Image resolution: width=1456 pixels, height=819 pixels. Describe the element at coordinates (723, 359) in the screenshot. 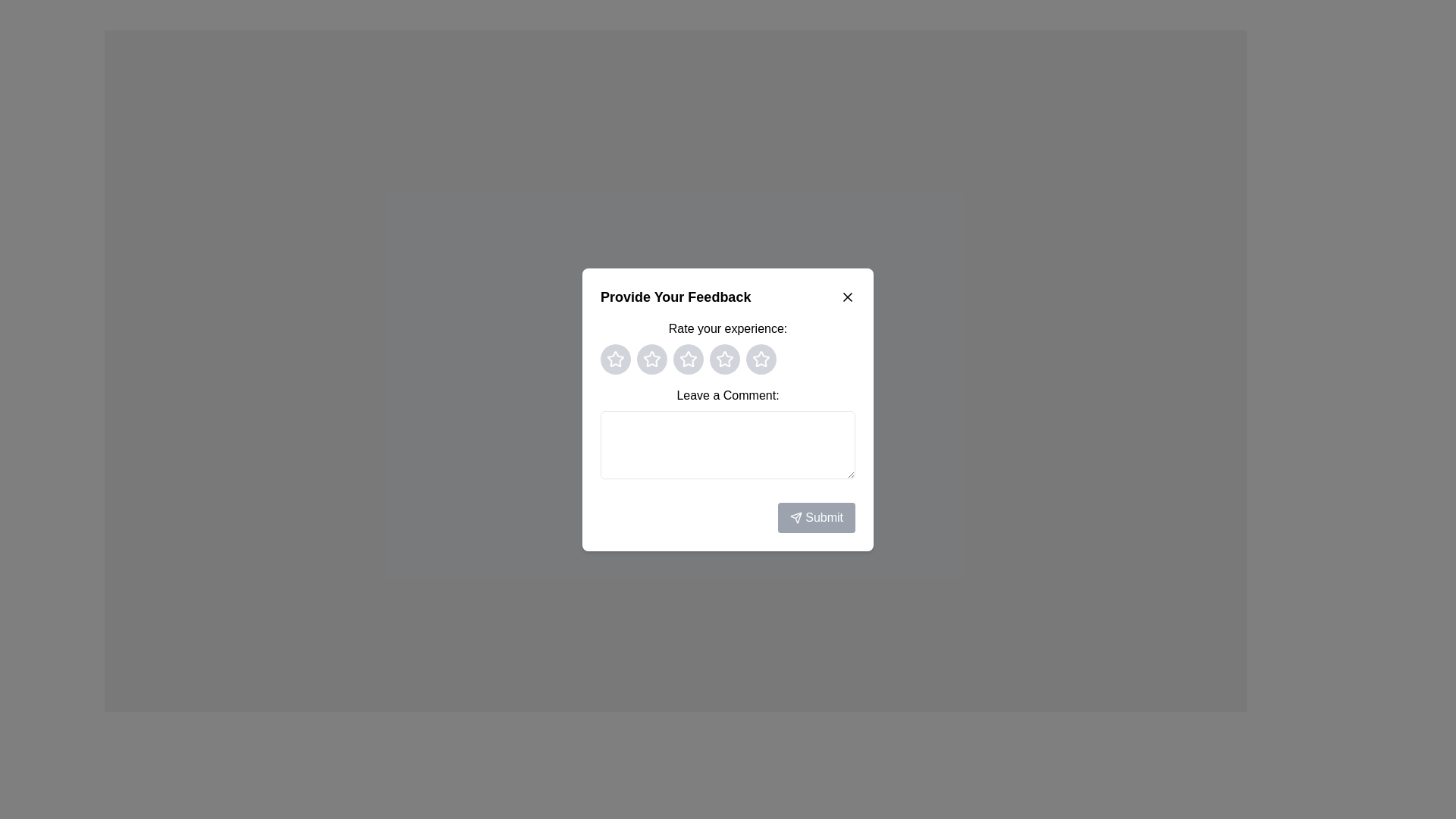

I see `the circular button with a light gray background and a white star icon at its center` at that location.